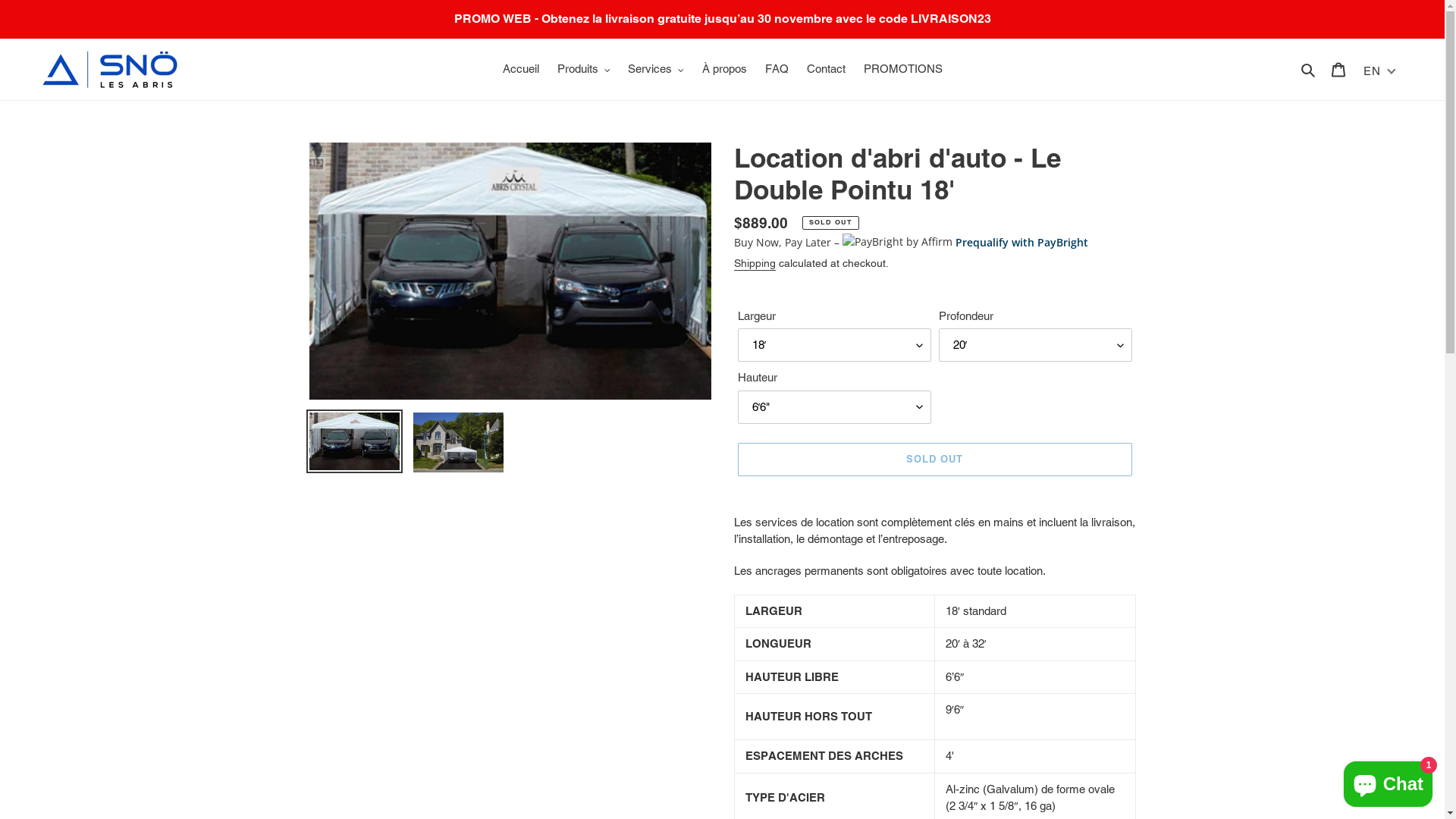 The image size is (1456, 819). I want to click on 'Cart', so click(1338, 69).